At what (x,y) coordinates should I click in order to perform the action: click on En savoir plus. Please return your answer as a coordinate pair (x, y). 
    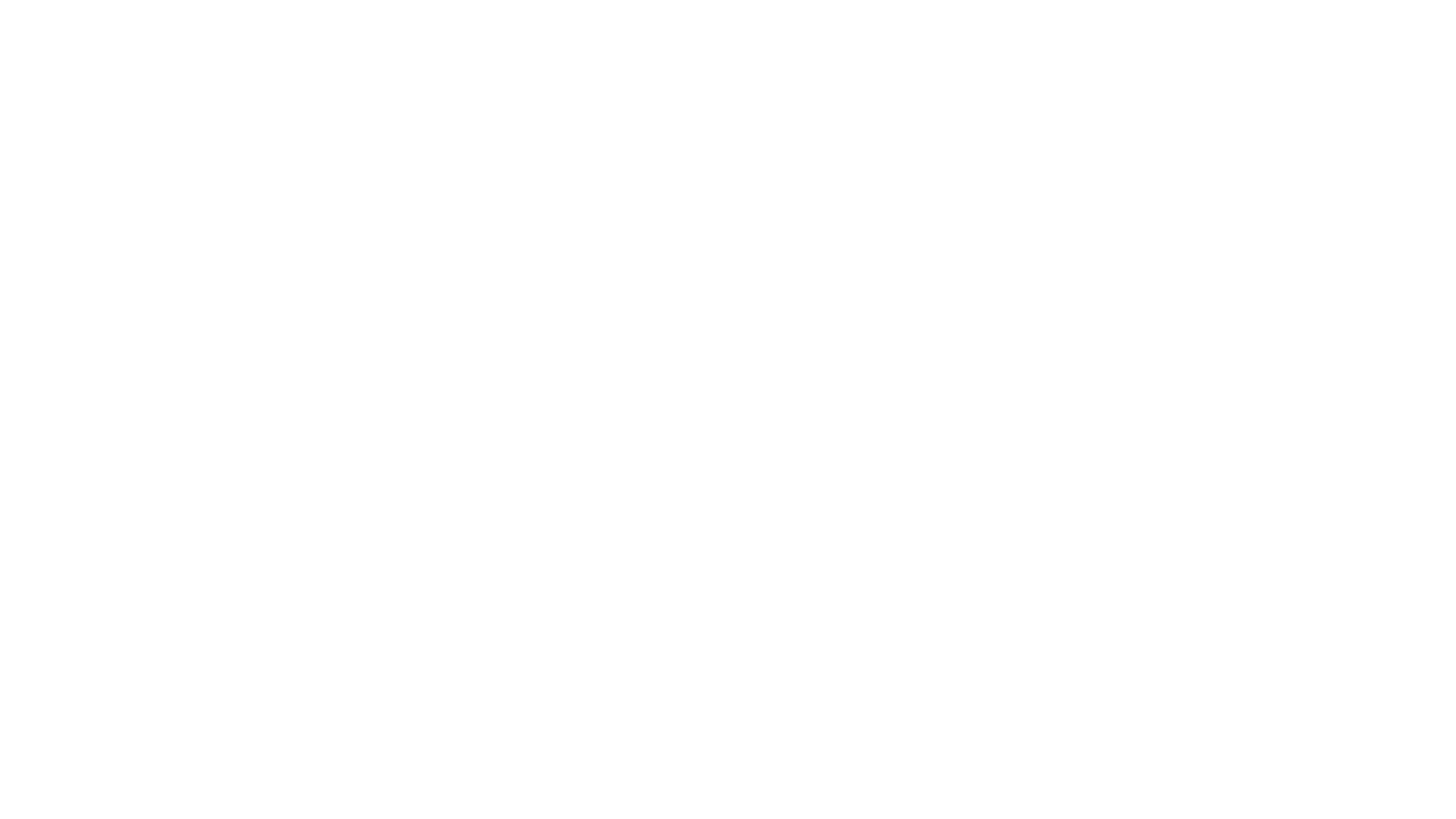
    Looking at the image, I should click on (510, 802).